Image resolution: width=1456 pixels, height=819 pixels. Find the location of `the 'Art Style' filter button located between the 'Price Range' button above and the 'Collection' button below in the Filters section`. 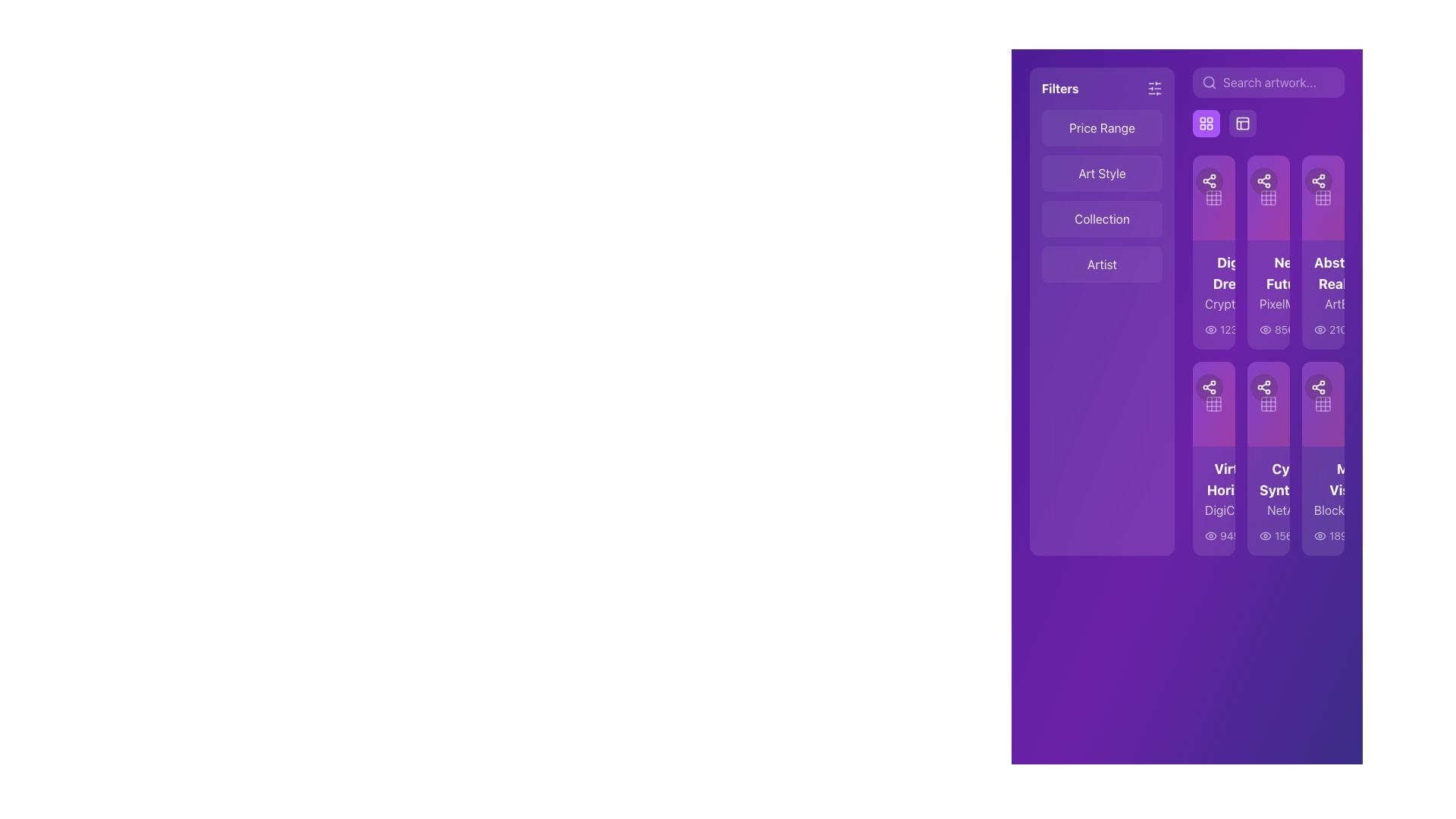

the 'Art Style' filter button located between the 'Price Range' button above and the 'Collection' button below in the Filters section is located at coordinates (1102, 172).